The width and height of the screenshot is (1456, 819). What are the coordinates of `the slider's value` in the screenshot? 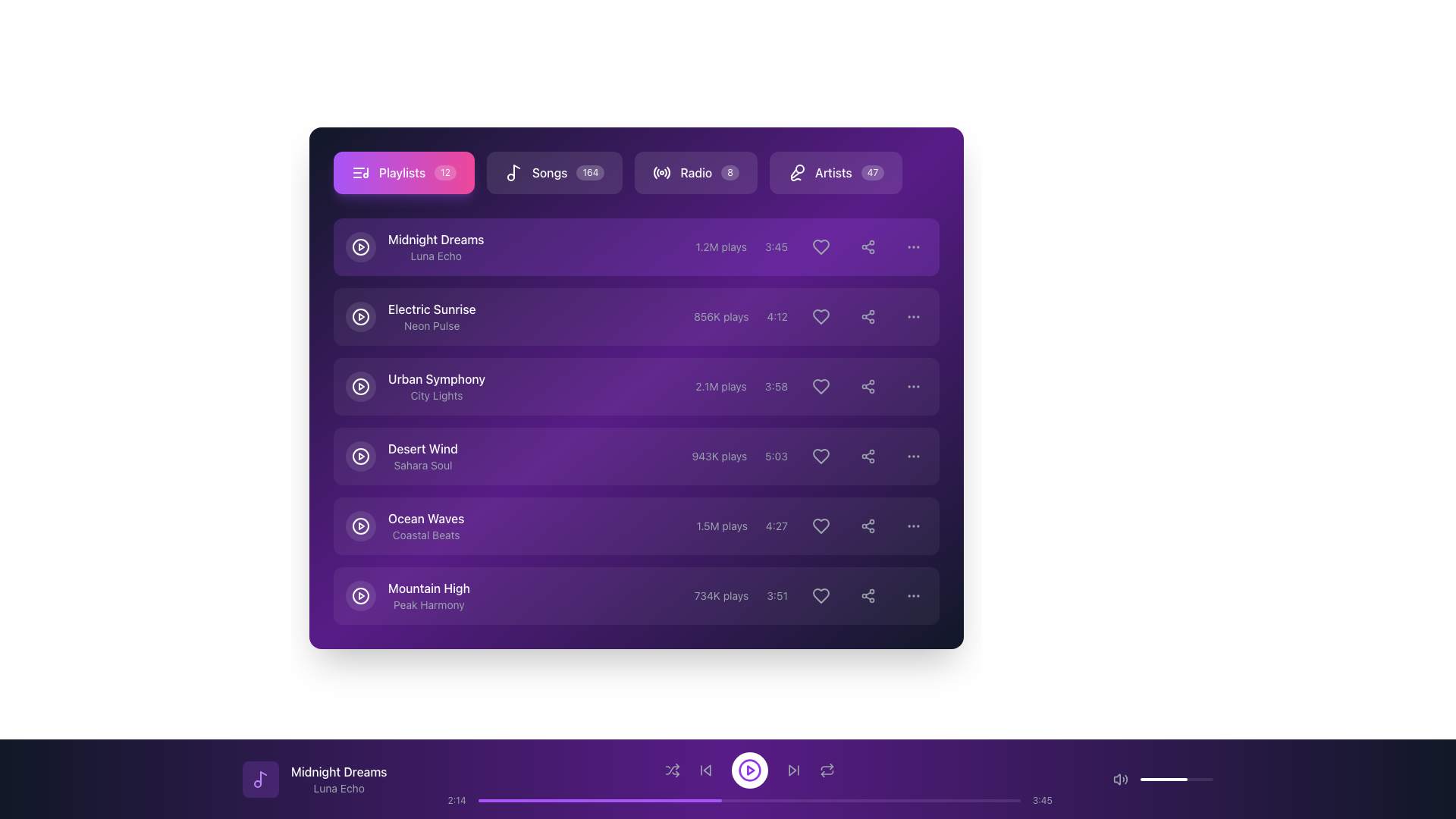 It's located at (1181, 780).